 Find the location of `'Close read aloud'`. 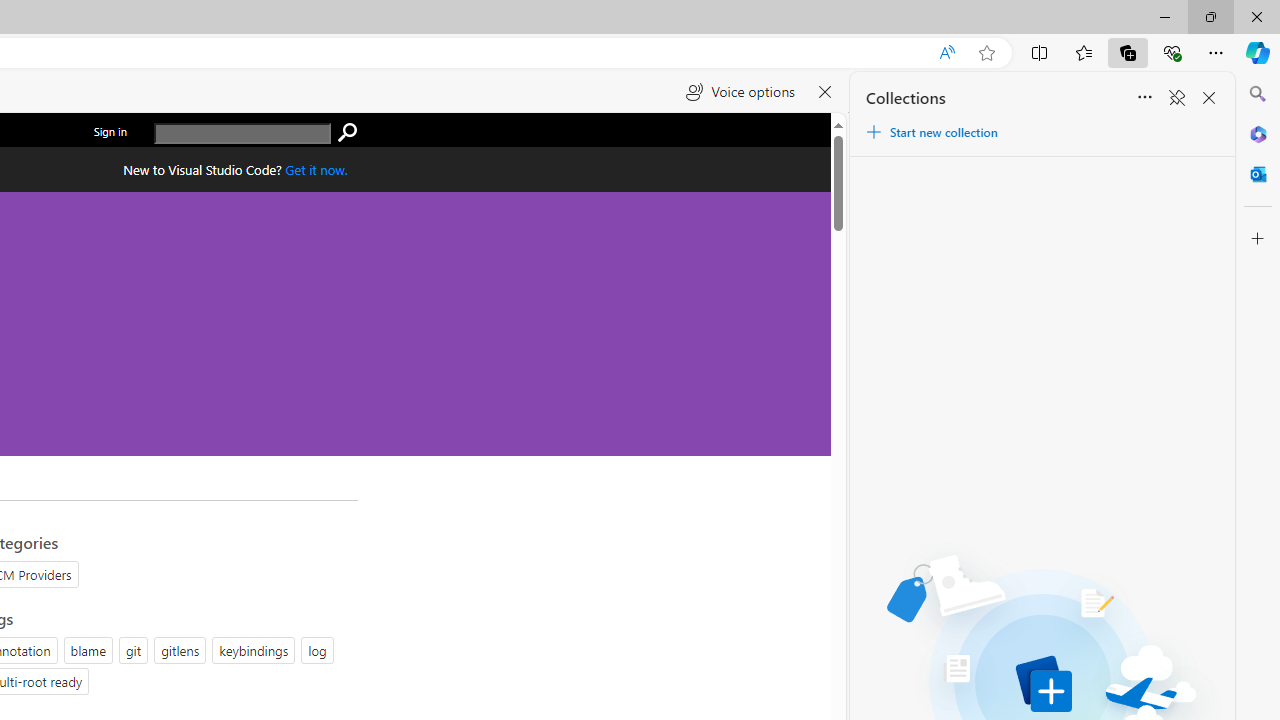

'Close read aloud' is located at coordinates (825, 92).